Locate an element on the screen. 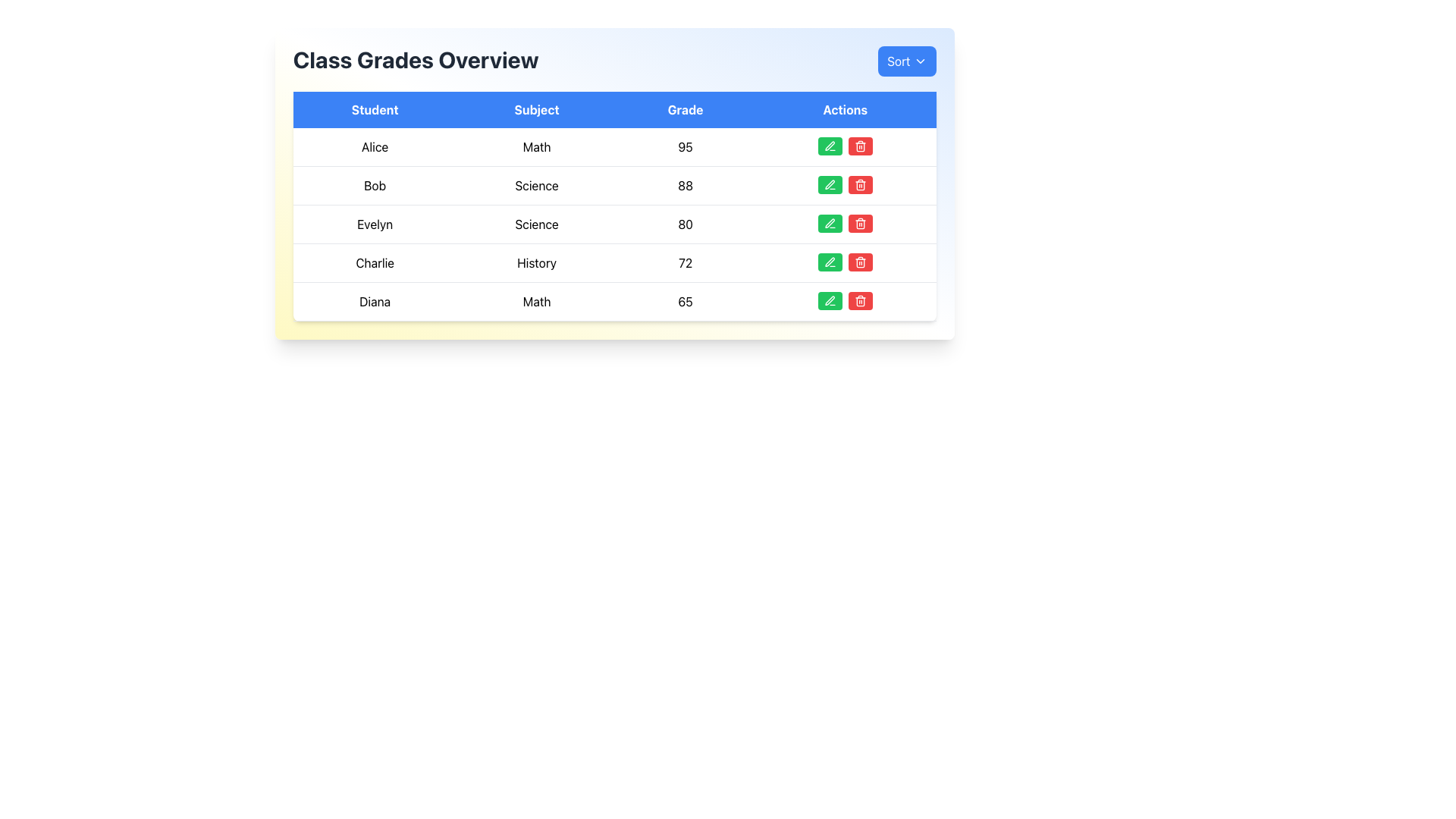  the red delete button with a trash can icon located in the last row of the 'Class Grades Overview' table is located at coordinates (860, 301).